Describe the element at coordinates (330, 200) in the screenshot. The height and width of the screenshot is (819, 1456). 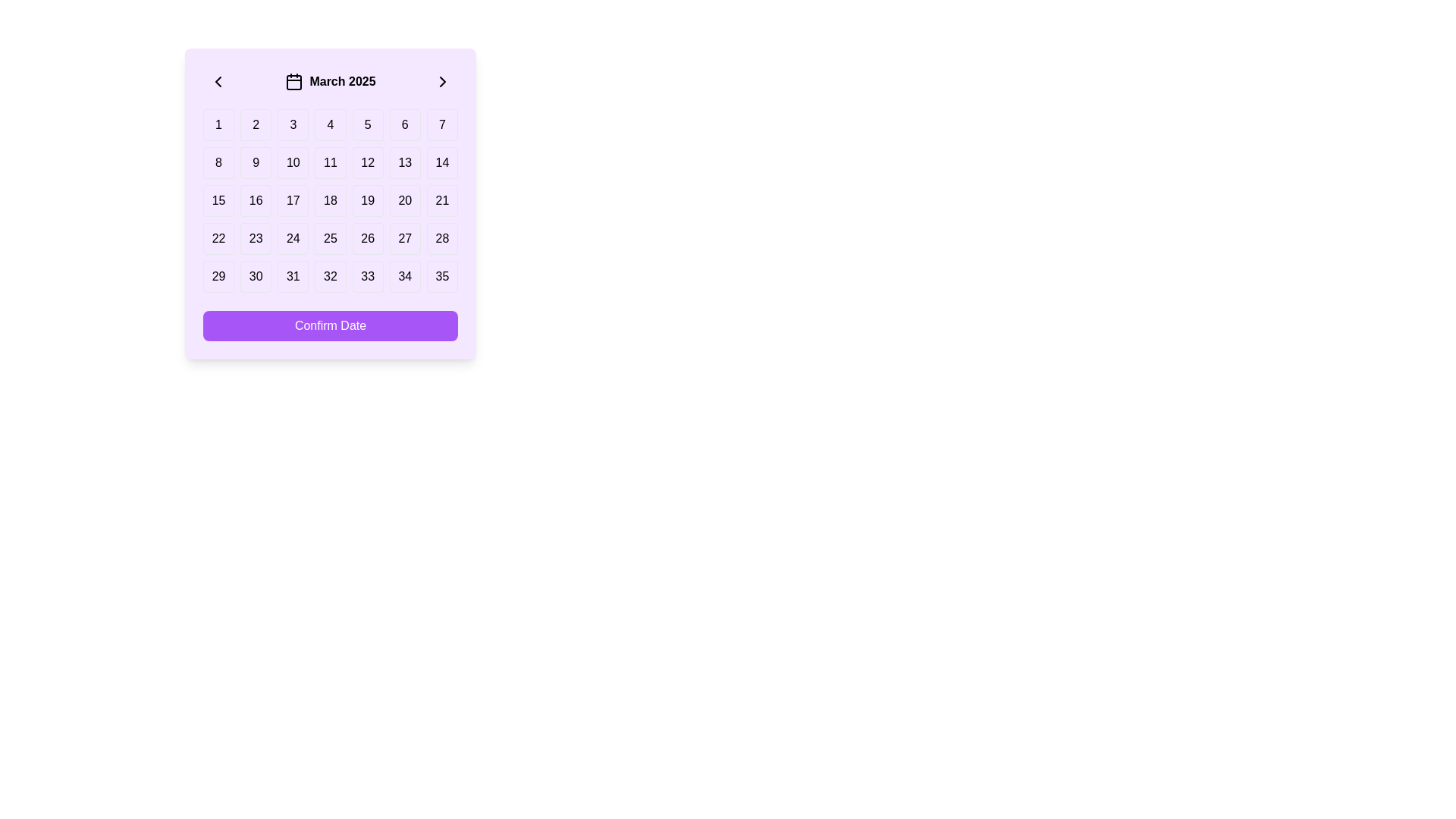
I see `the calendar grid button` at that location.